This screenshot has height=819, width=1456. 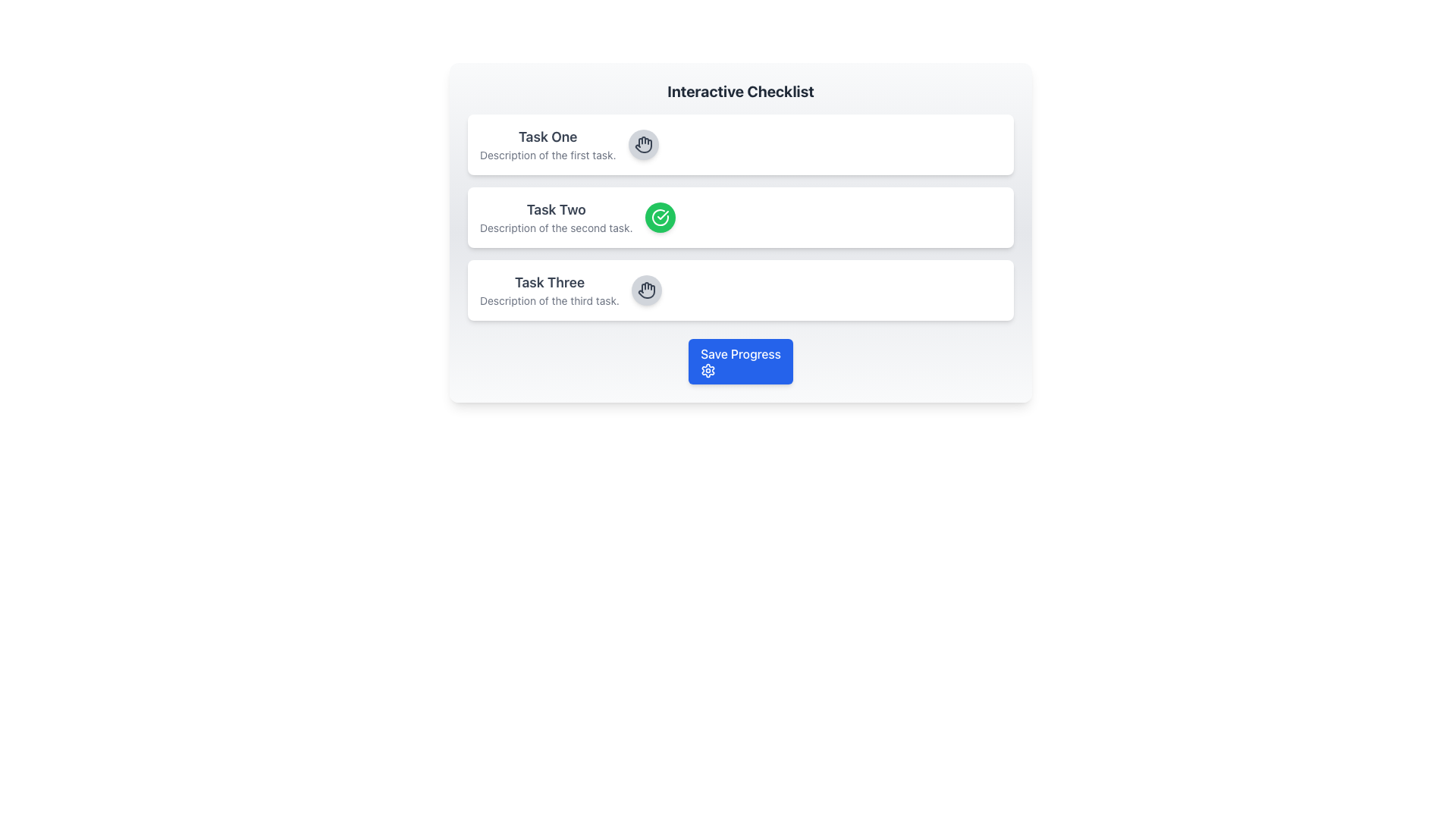 What do you see at coordinates (548, 290) in the screenshot?
I see `the text block labeled 'Task Three', which contains the lines 'Task Three' and 'Description of the third task.'` at bounding box center [548, 290].